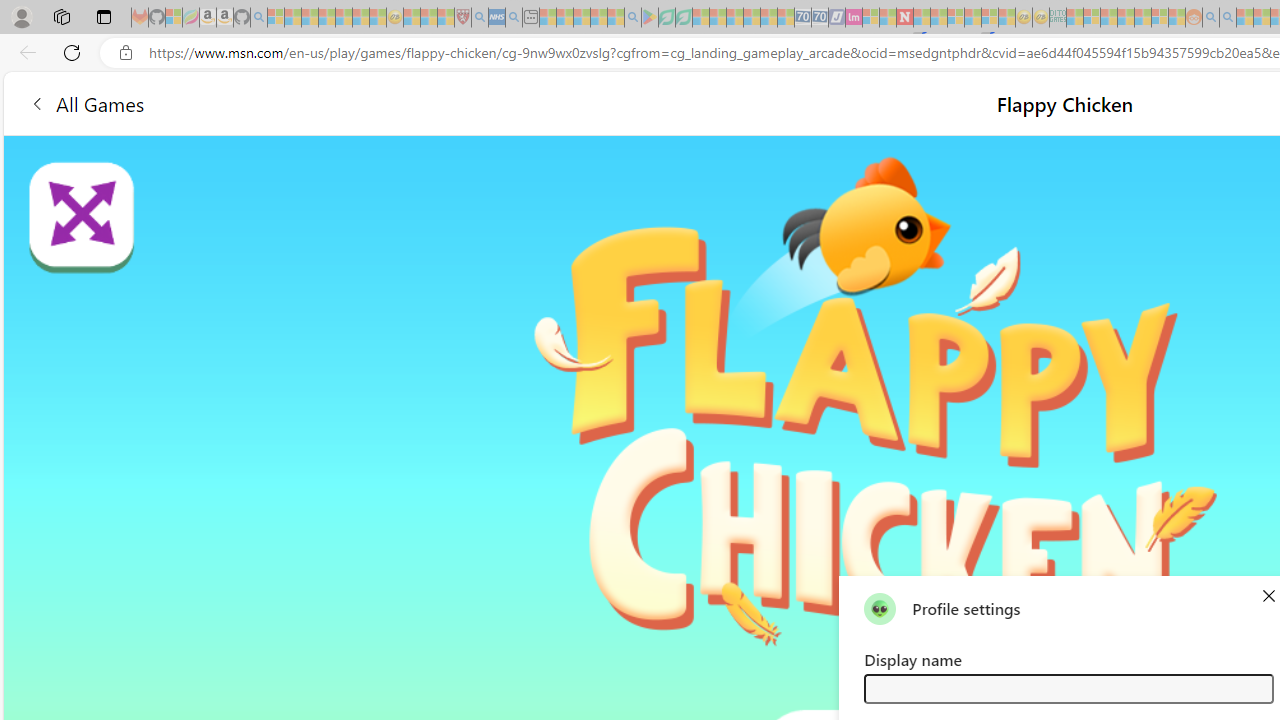 Image resolution: width=1280 pixels, height=720 pixels. Describe the element at coordinates (666, 17) in the screenshot. I see `'Terms of Use Agreement - Sleeping'` at that location.